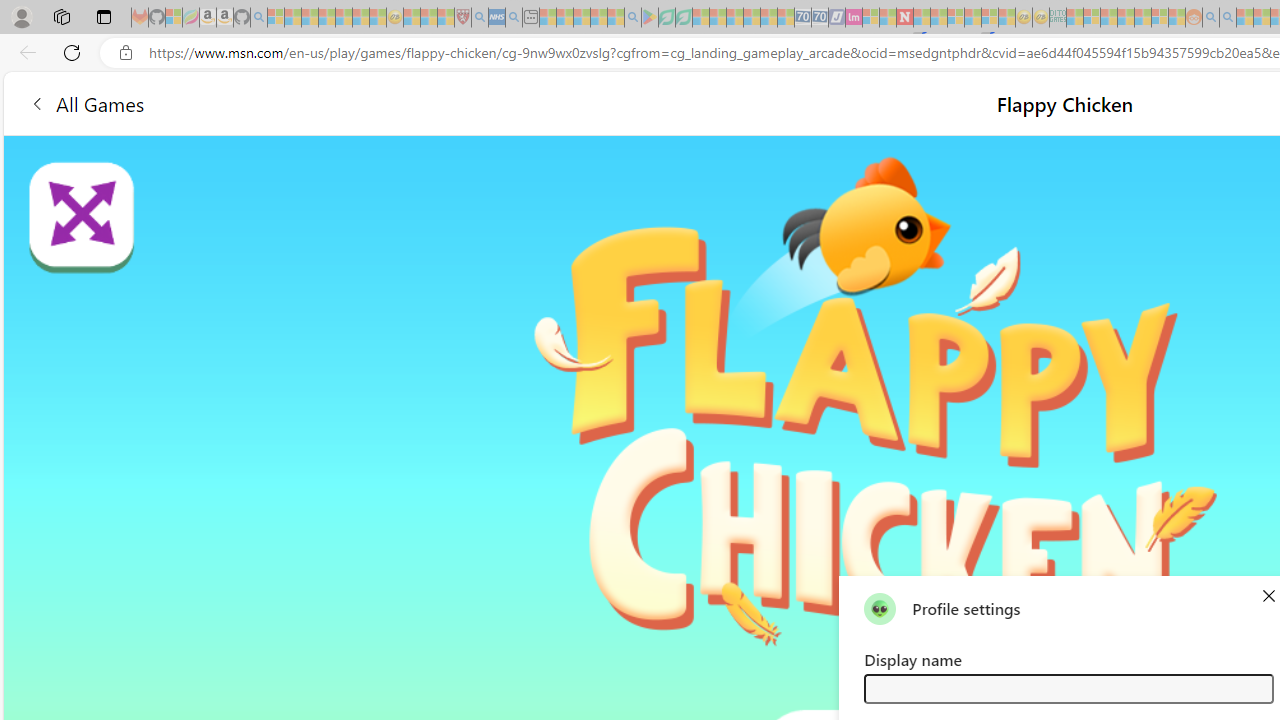 Image resolution: width=1280 pixels, height=720 pixels. Describe the element at coordinates (666, 17) in the screenshot. I see `'Terms of Use Agreement - Sleeping'` at that location.